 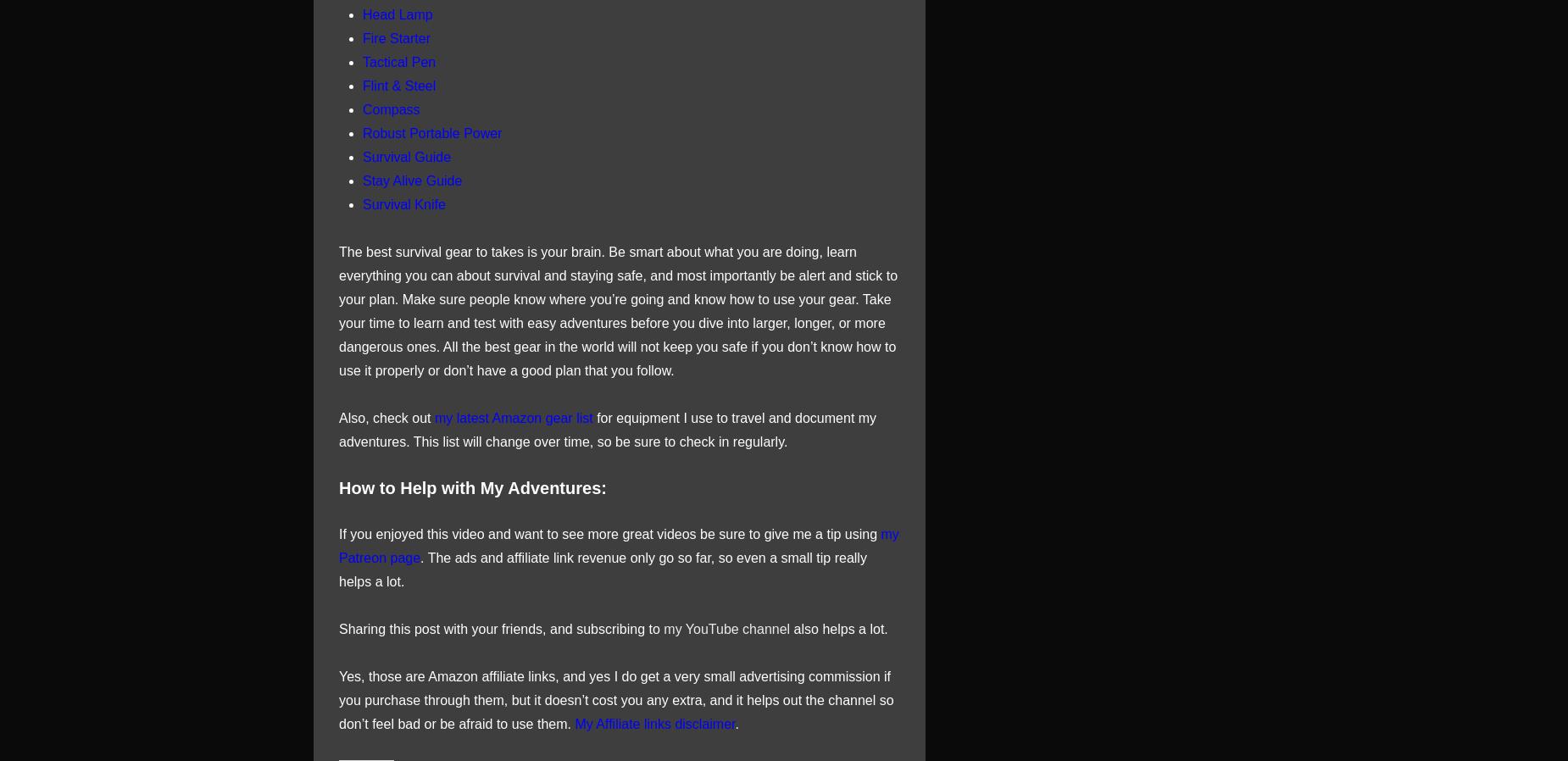 I want to click on 'Stay Alive Guide', so click(x=412, y=179).